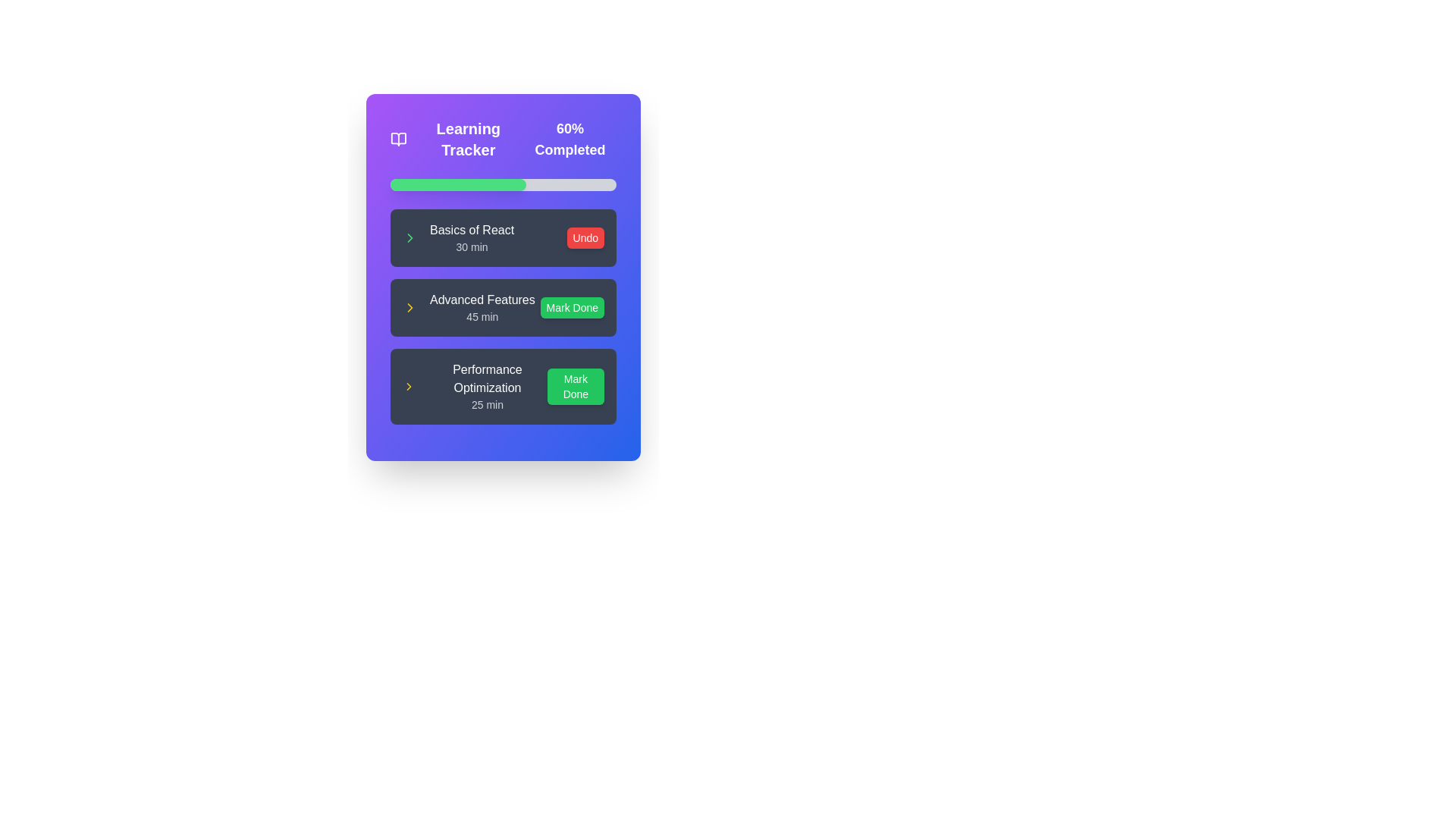 Image resolution: width=1456 pixels, height=819 pixels. What do you see at coordinates (410, 307) in the screenshot?
I see `the rightward-facing chevron arrow icon, which is a thin, minimalist yellow line style placed to the left of the 'Performance Optimization' list item in the learning tracker interface` at bounding box center [410, 307].